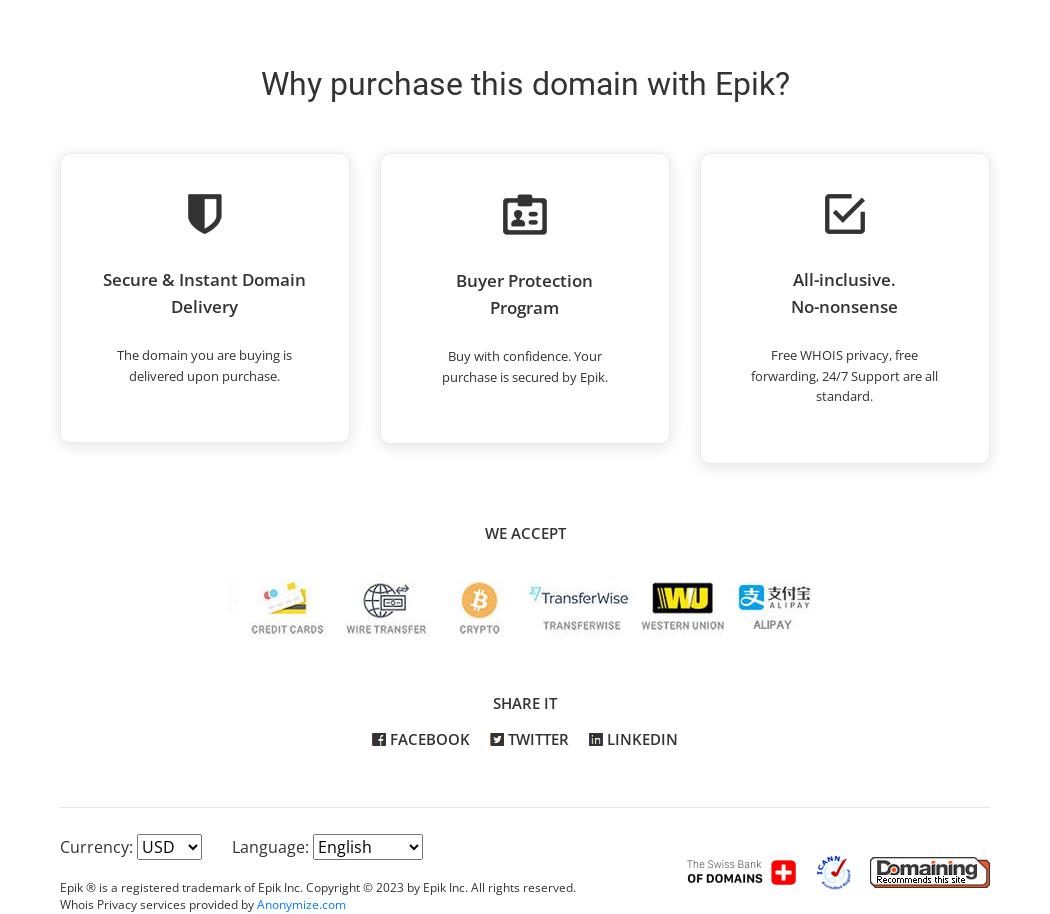  I want to click on 'Why purchase this domain with Epik?', so click(523, 82).